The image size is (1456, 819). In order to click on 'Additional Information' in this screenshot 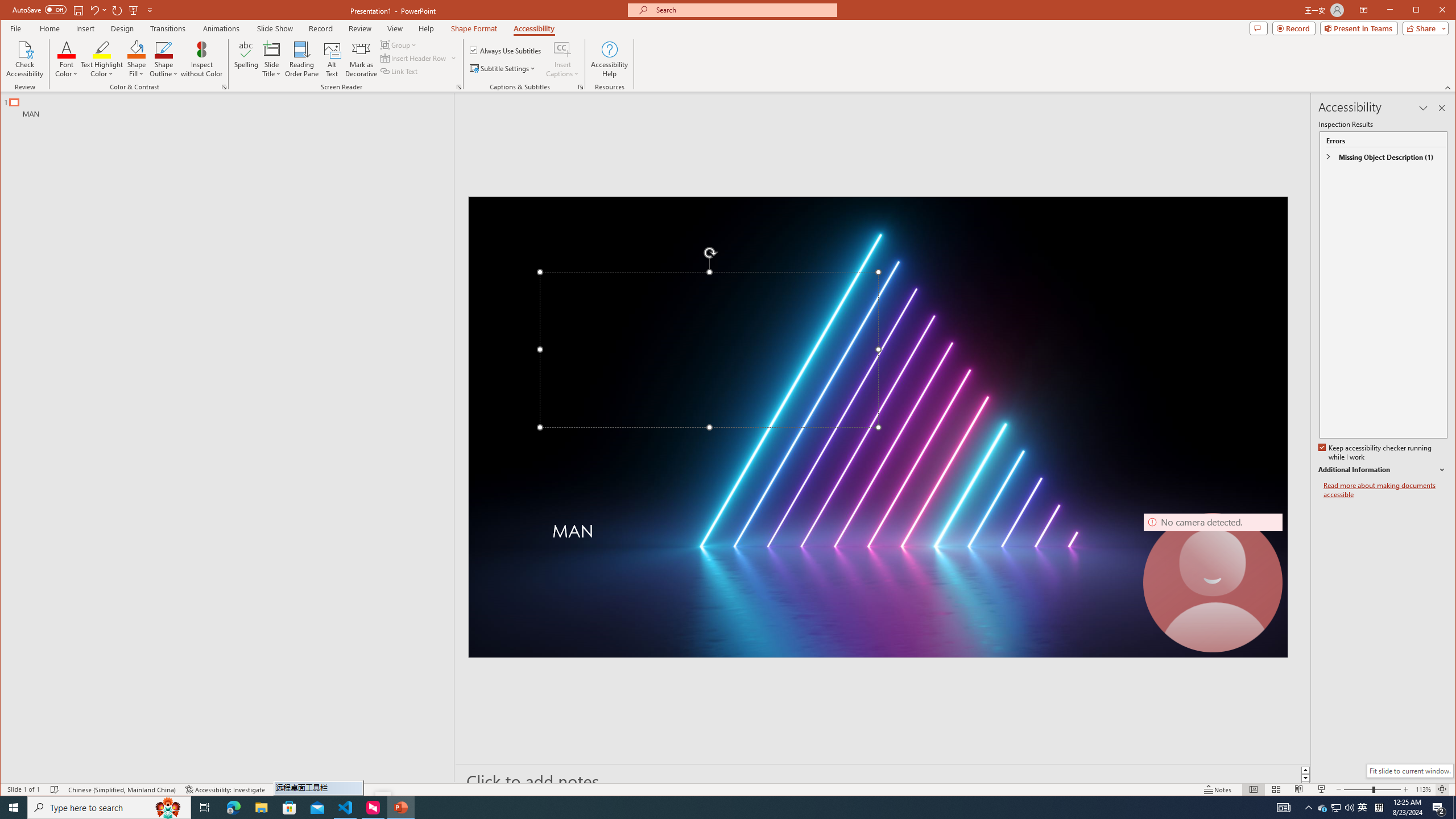, I will do `click(1381, 470)`.